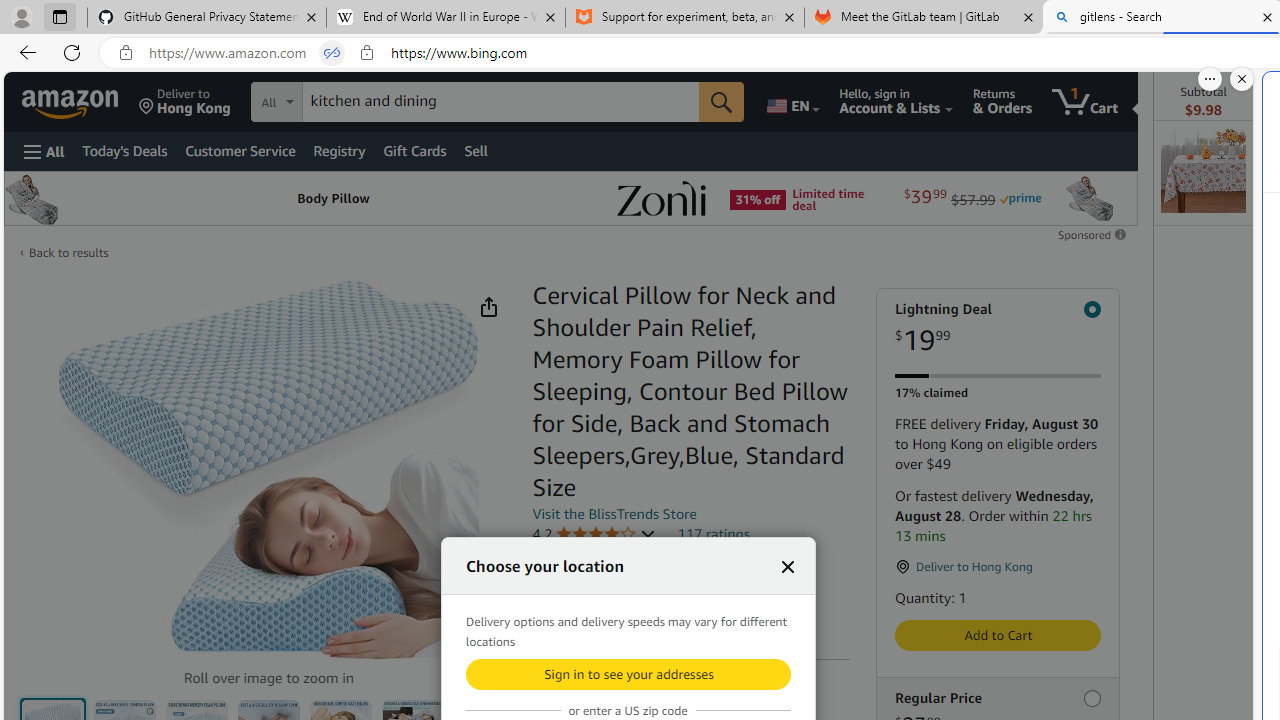  What do you see at coordinates (44, 150) in the screenshot?
I see `'Open Menu'` at bounding box center [44, 150].